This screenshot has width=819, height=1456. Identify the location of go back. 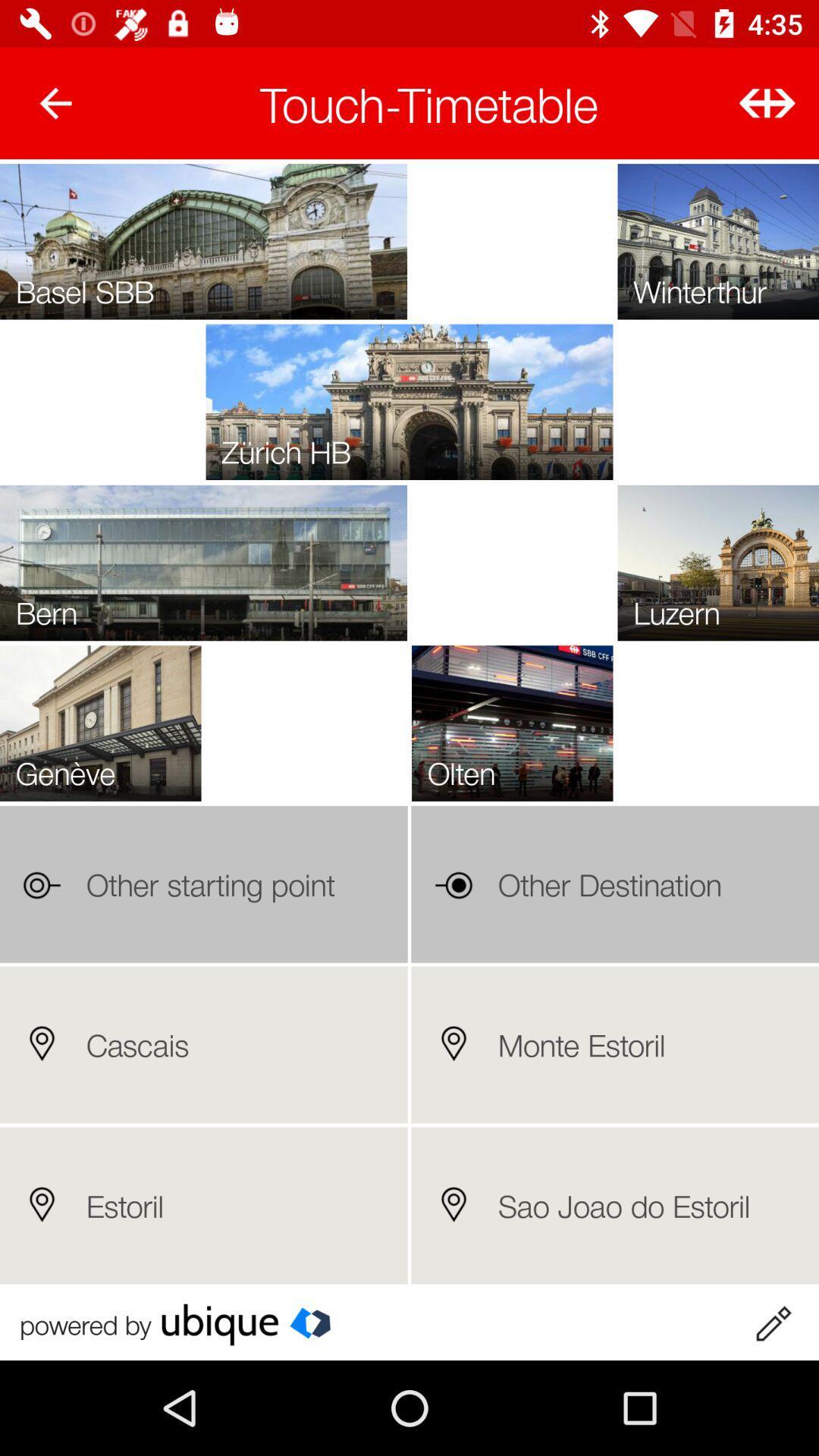
(55, 102).